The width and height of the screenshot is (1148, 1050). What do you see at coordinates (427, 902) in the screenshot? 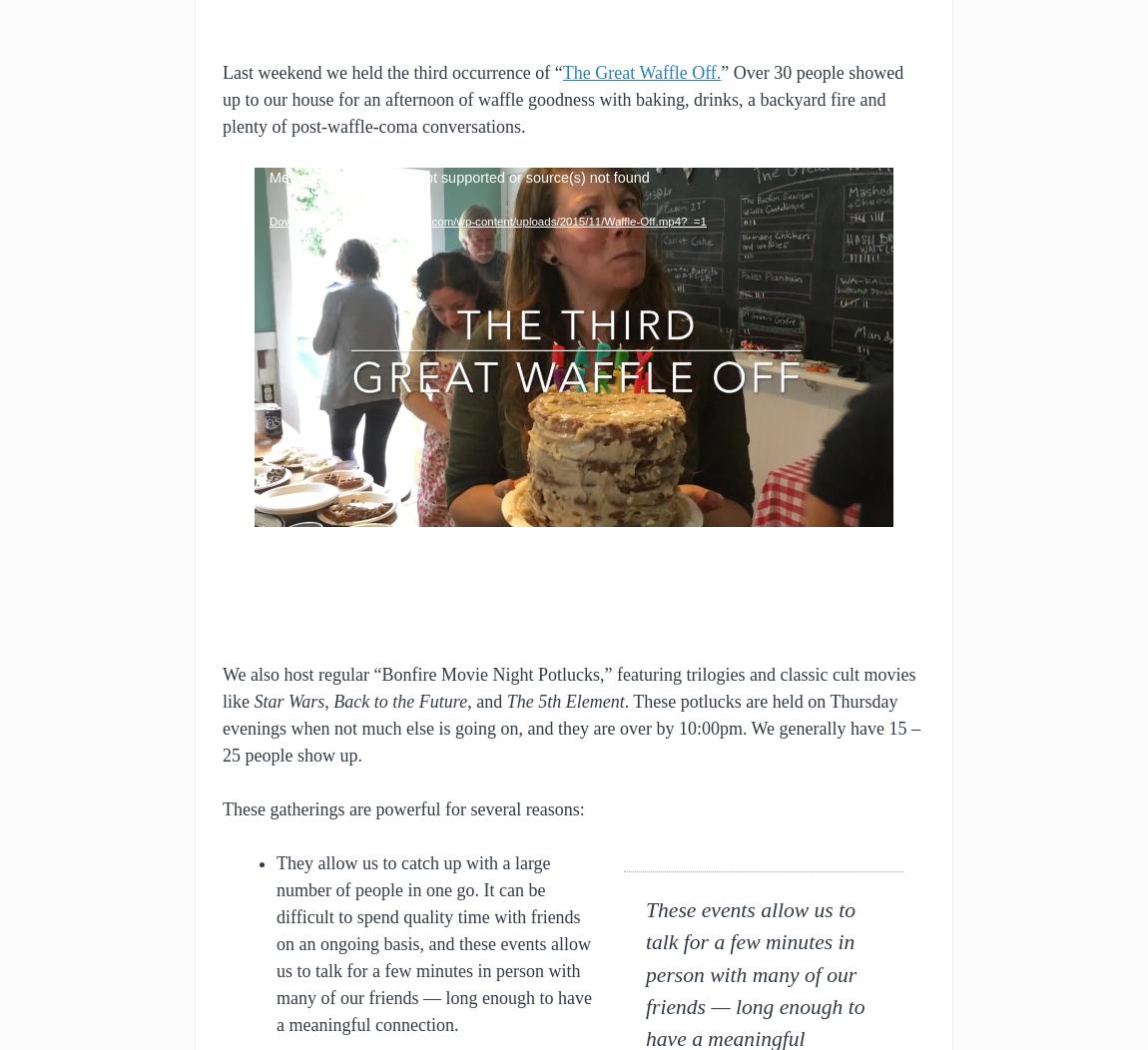
I see `'They allow us to catch up with a large number of people in one go. It can be difficult to spend quality time with friends on an ongoing basis, and'` at bounding box center [427, 902].